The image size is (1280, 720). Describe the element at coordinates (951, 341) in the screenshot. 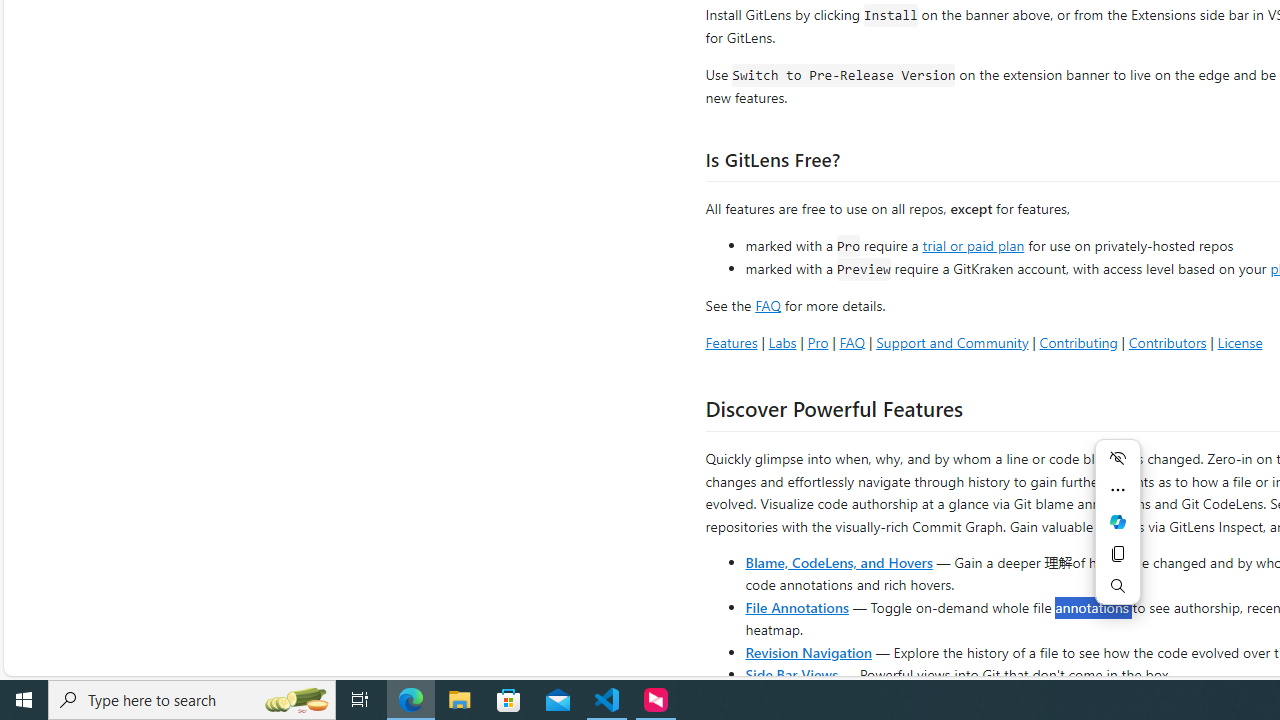

I see `'Support and Community'` at that location.